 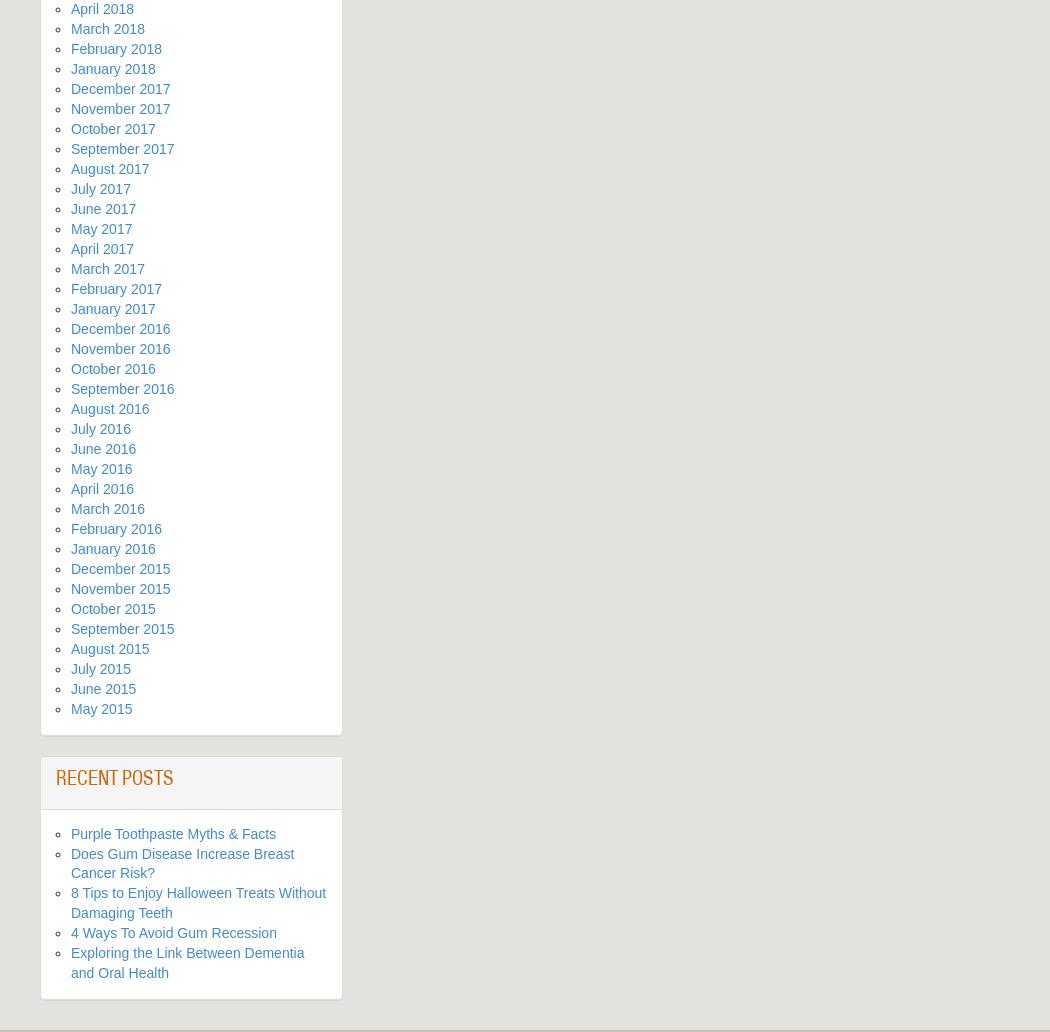 What do you see at coordinates (107, 28) in the screenshot?
I see `'March 2018'` at bounding box center [107, 28].